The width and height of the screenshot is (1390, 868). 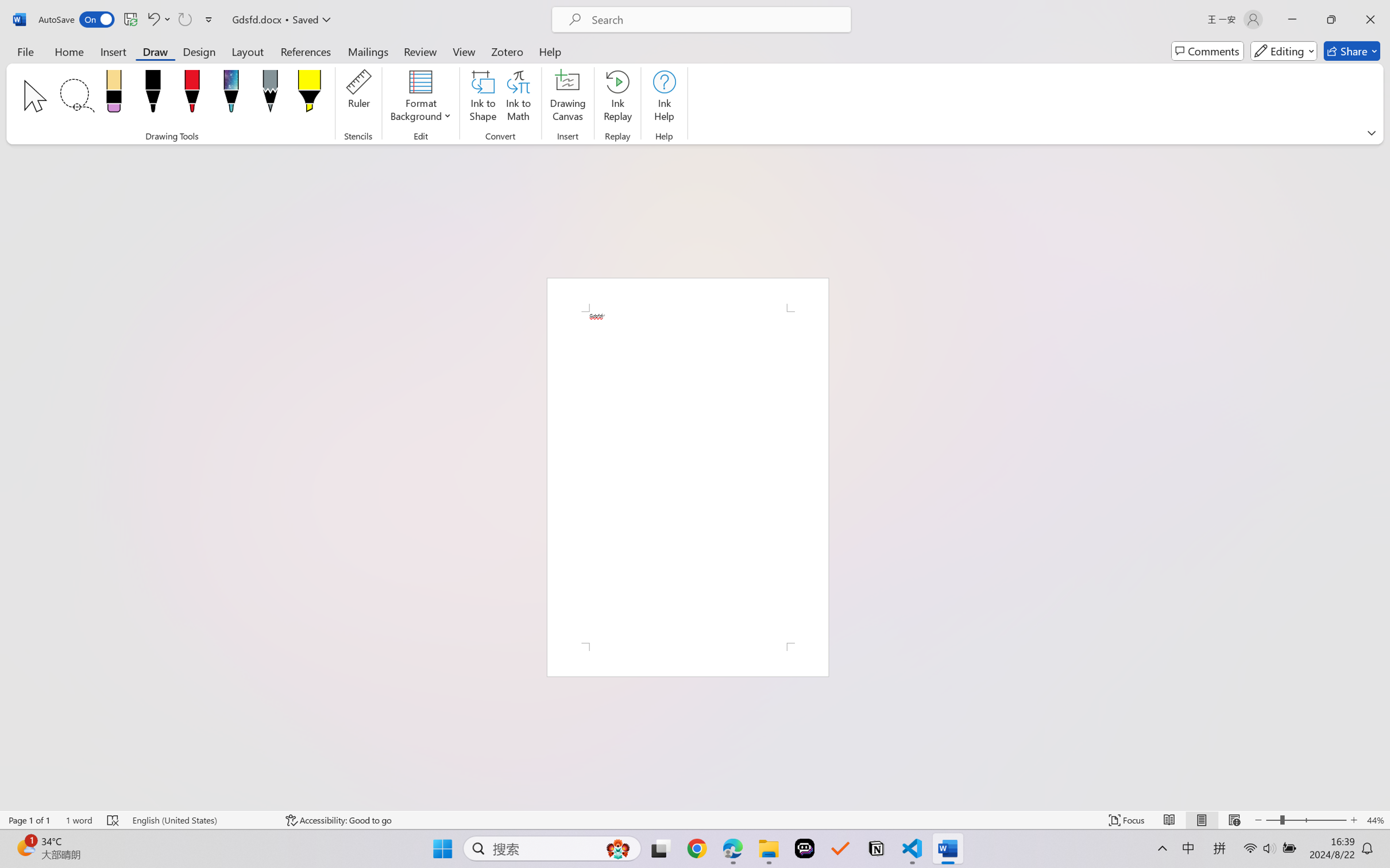 I want to click on 'Action Center, 1 new notification', so click(x=1373, y=855).